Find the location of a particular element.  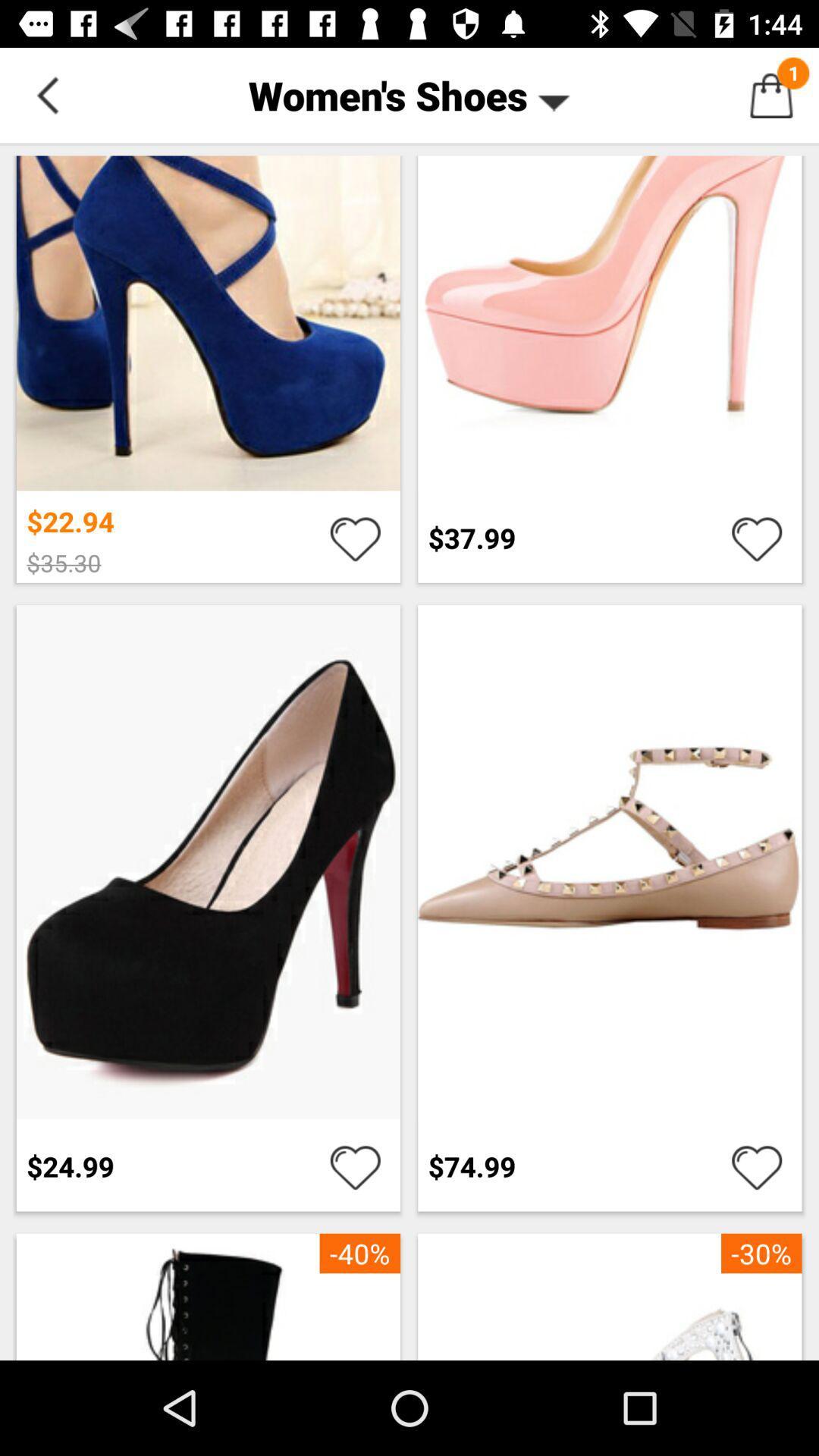

favourite product is located at coordinates (355, 1166).